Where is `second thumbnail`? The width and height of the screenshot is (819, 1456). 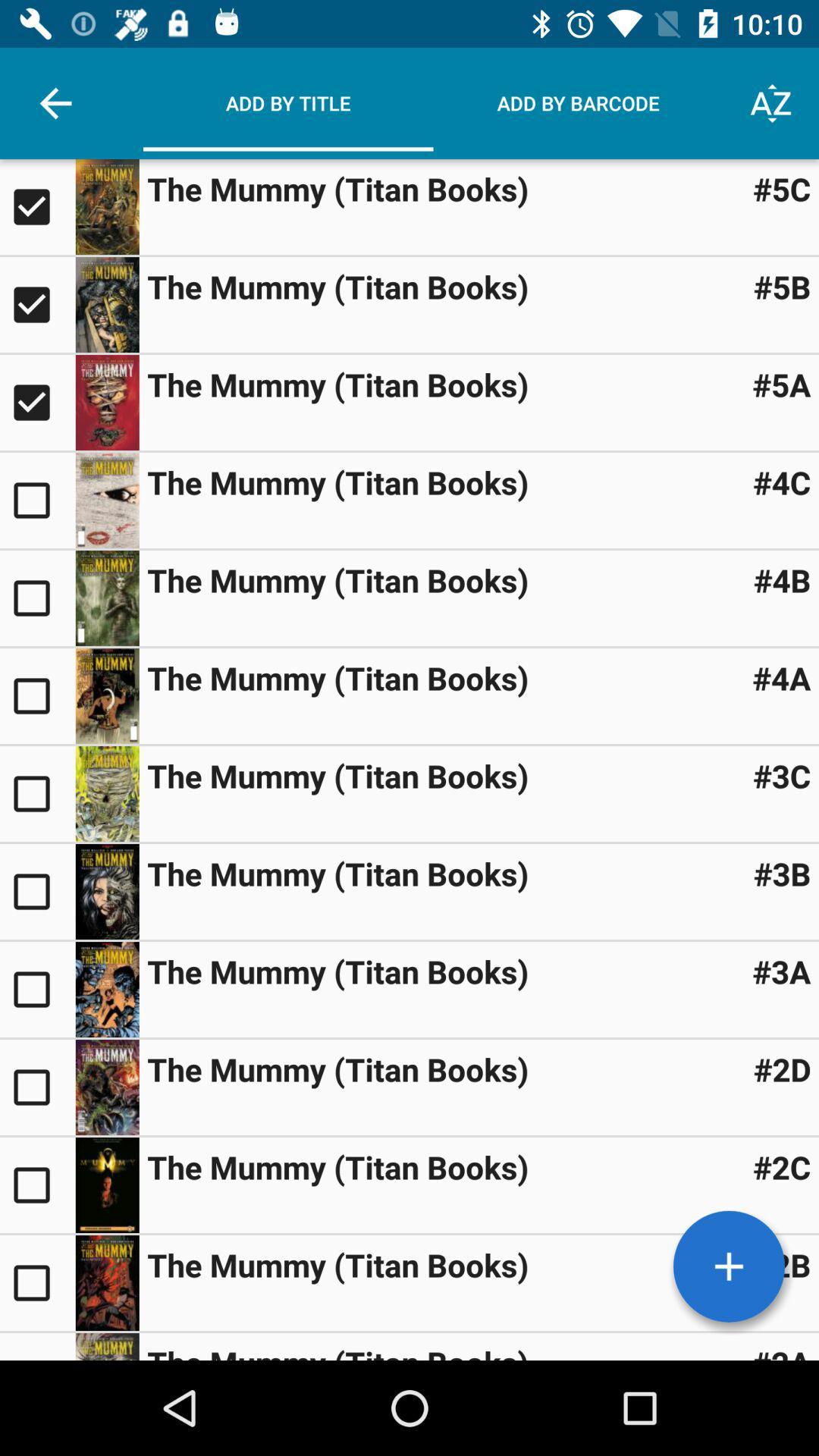 second thumbnail is located at coordinates (36, 304).